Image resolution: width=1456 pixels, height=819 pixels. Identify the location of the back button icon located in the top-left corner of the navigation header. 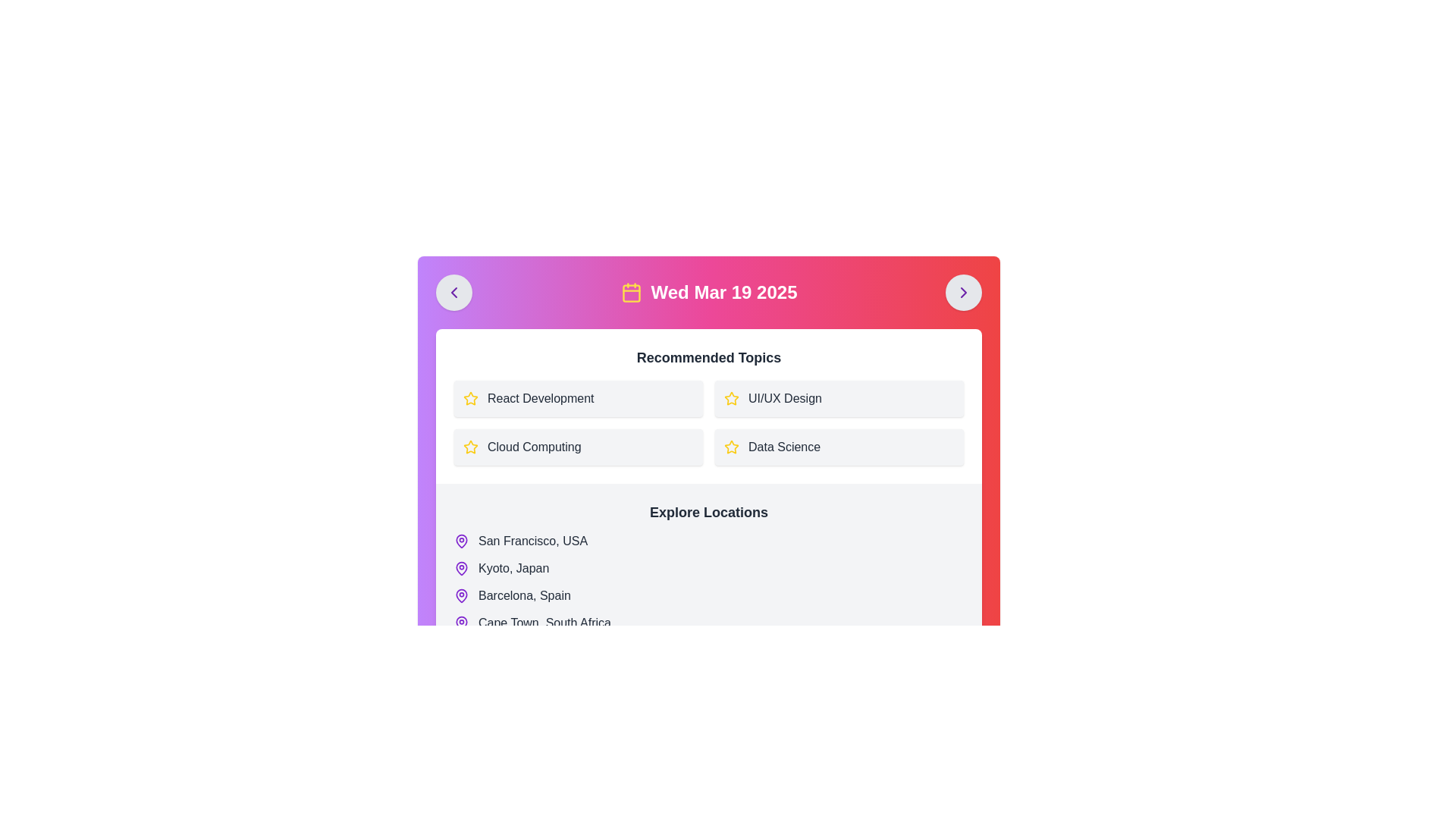
(453, 292).